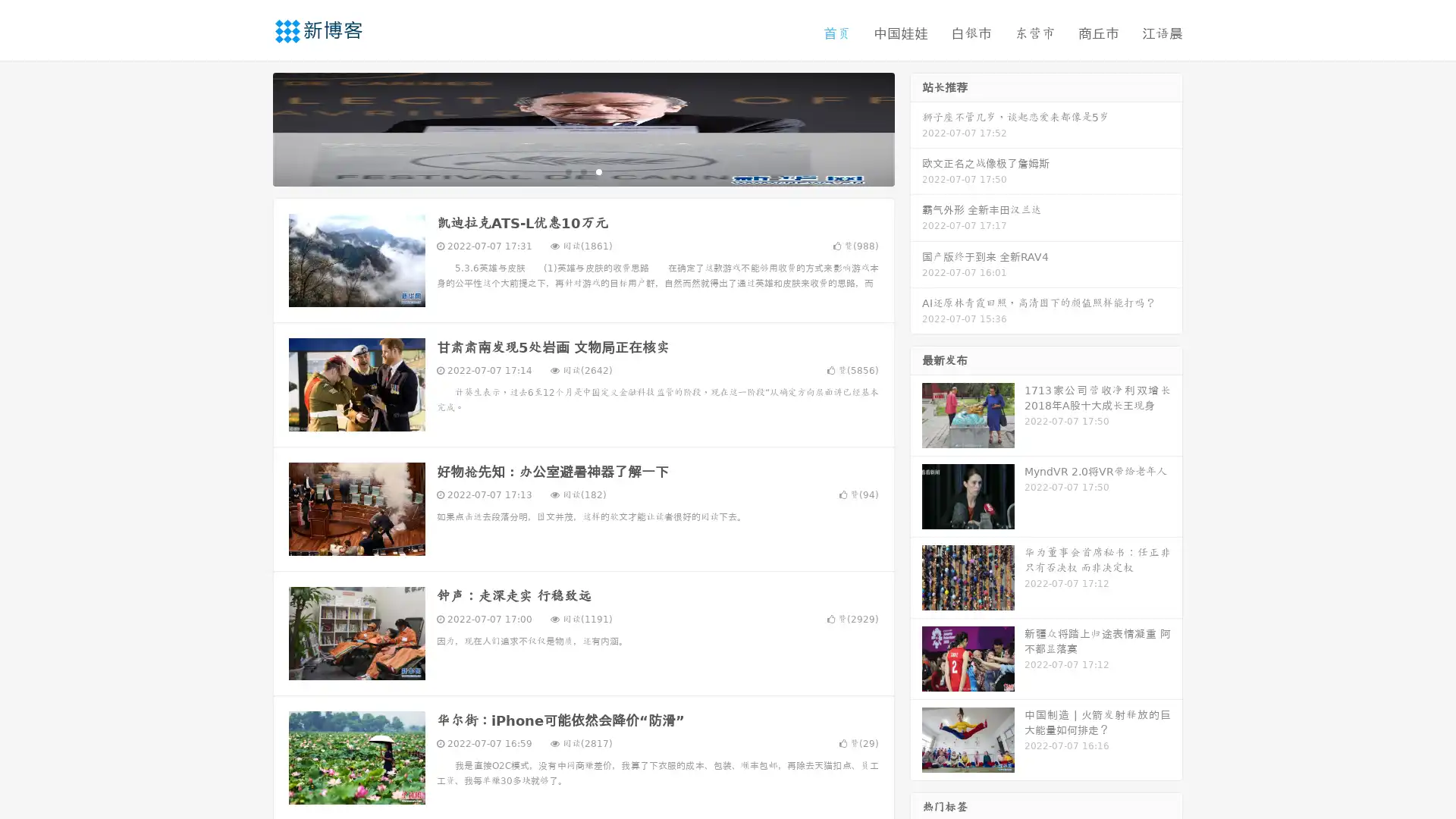 This screenshot has width=1456, height=819. What do you see at coordinates (582, 171) in the screenshot?
I see `Go to slide 2` at bounding box center [582, 171].